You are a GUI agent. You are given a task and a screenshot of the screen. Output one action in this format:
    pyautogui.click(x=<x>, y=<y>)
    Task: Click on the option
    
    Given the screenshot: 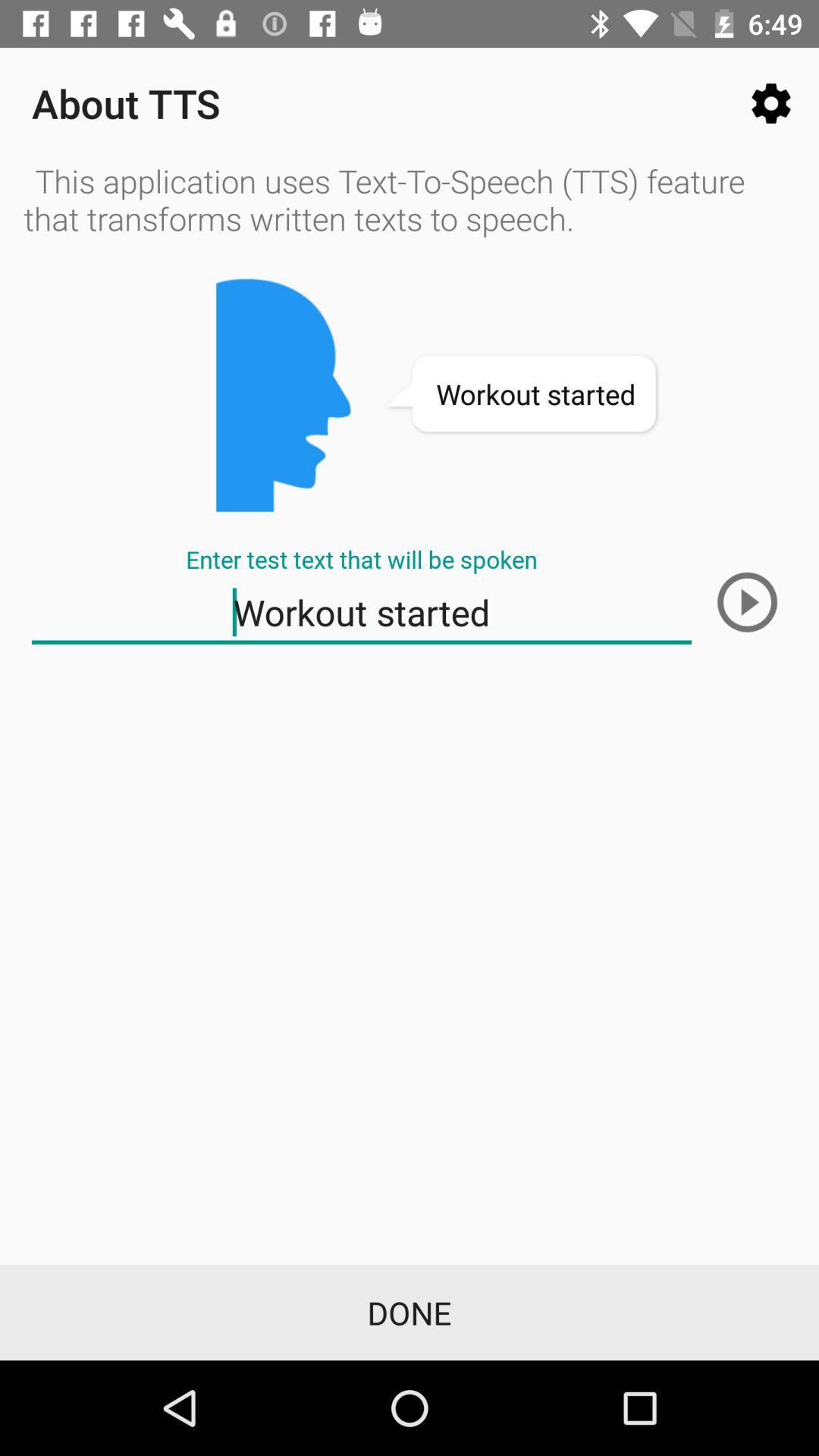 What is the action you would take?
    pyautogui.click(x=746, y=601)
    